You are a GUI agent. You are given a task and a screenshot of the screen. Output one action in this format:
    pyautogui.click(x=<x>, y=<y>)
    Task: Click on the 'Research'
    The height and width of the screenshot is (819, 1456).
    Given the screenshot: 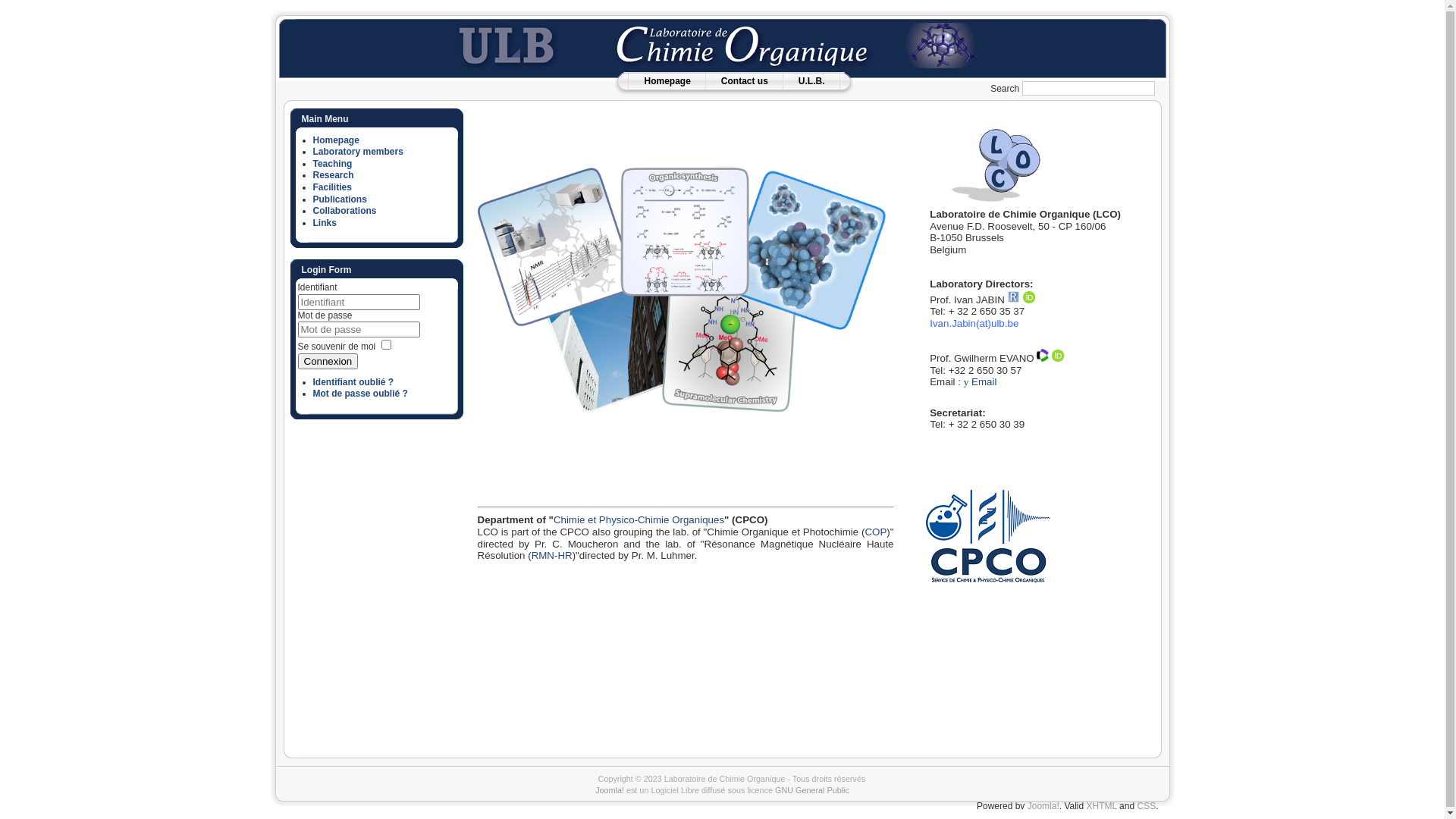 What is the action you would take?
    pyautogui.click(x=331, y=174)
    